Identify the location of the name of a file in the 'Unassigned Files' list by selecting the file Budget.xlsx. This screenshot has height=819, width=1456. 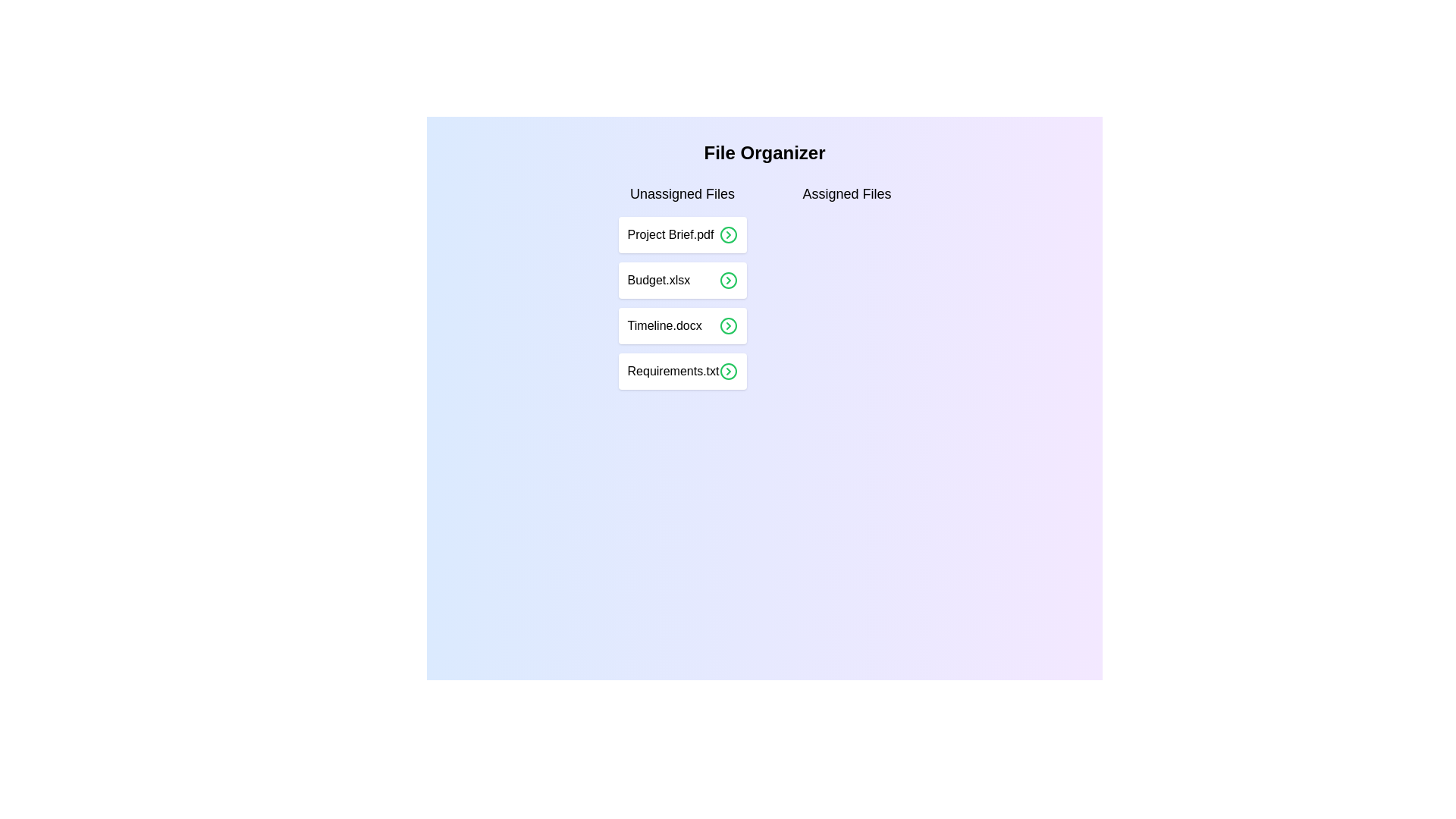
(682, 281).